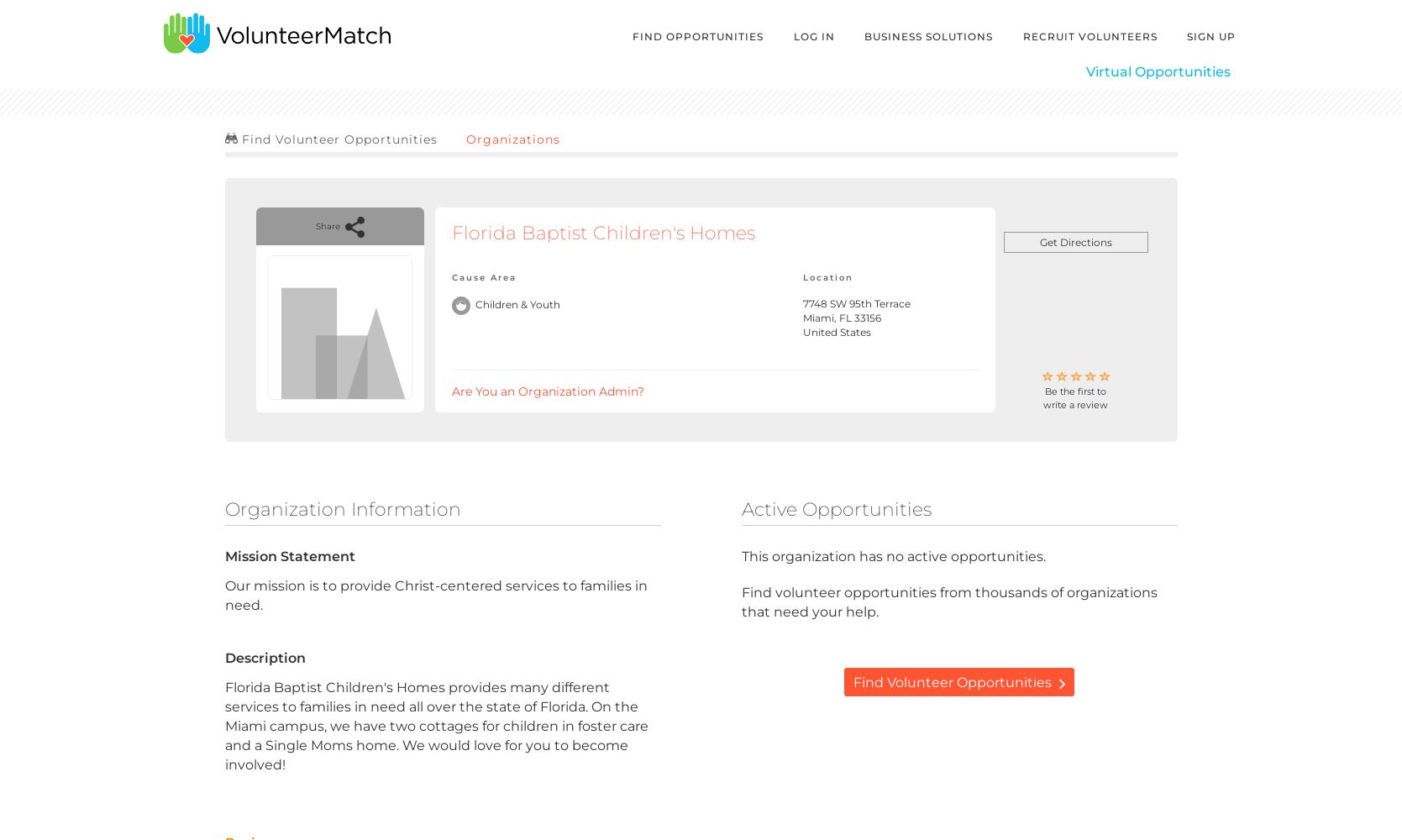  What do you see at coordinates (289, 555) in the screenshot?
I see `'Mission Statement'` at bounding box center [289, 555].